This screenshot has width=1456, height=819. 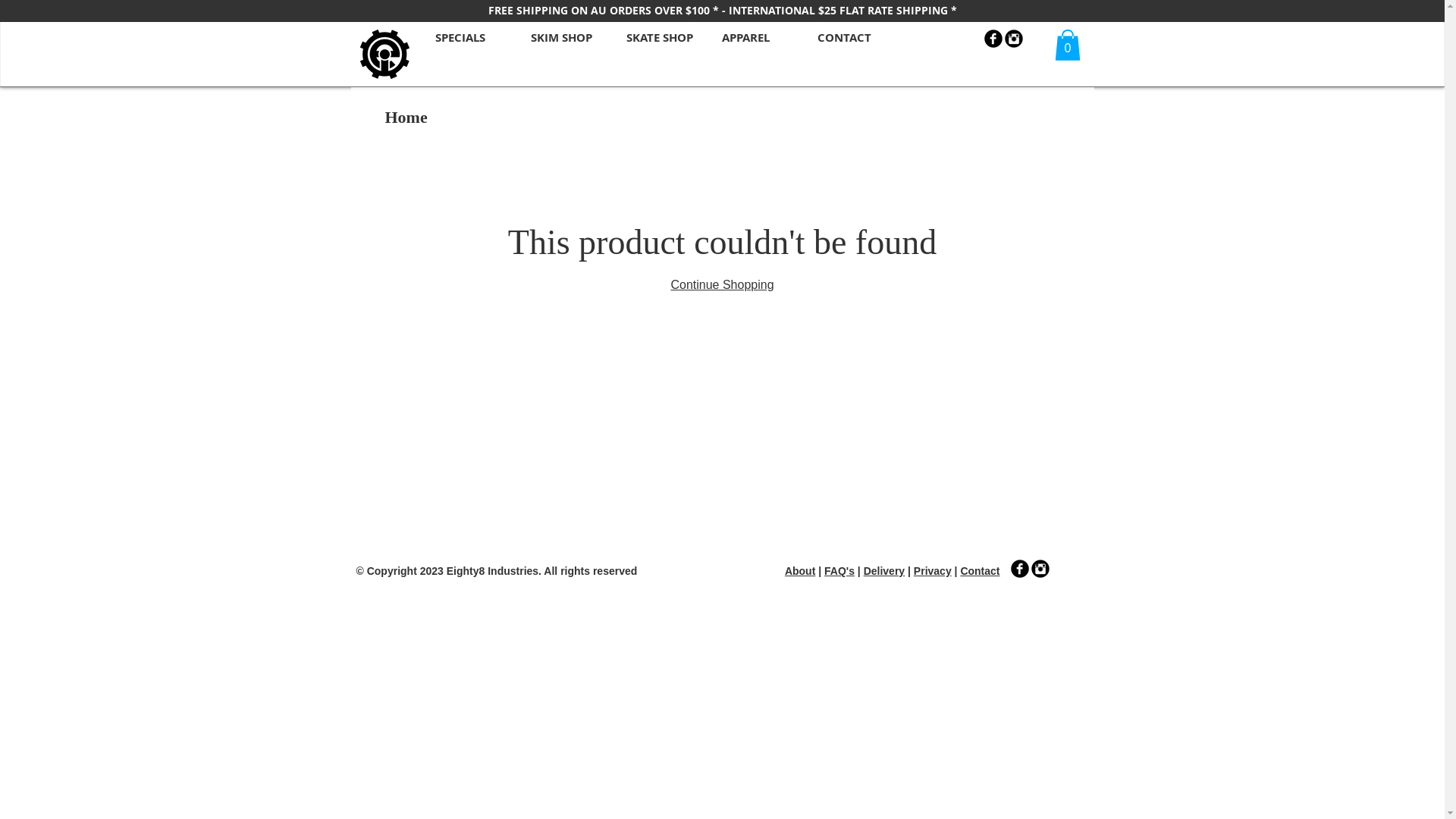 What do you see at coordinates (1053, 44) in the screenshot?
I see `'0'` at bounding box center [1053, 44].